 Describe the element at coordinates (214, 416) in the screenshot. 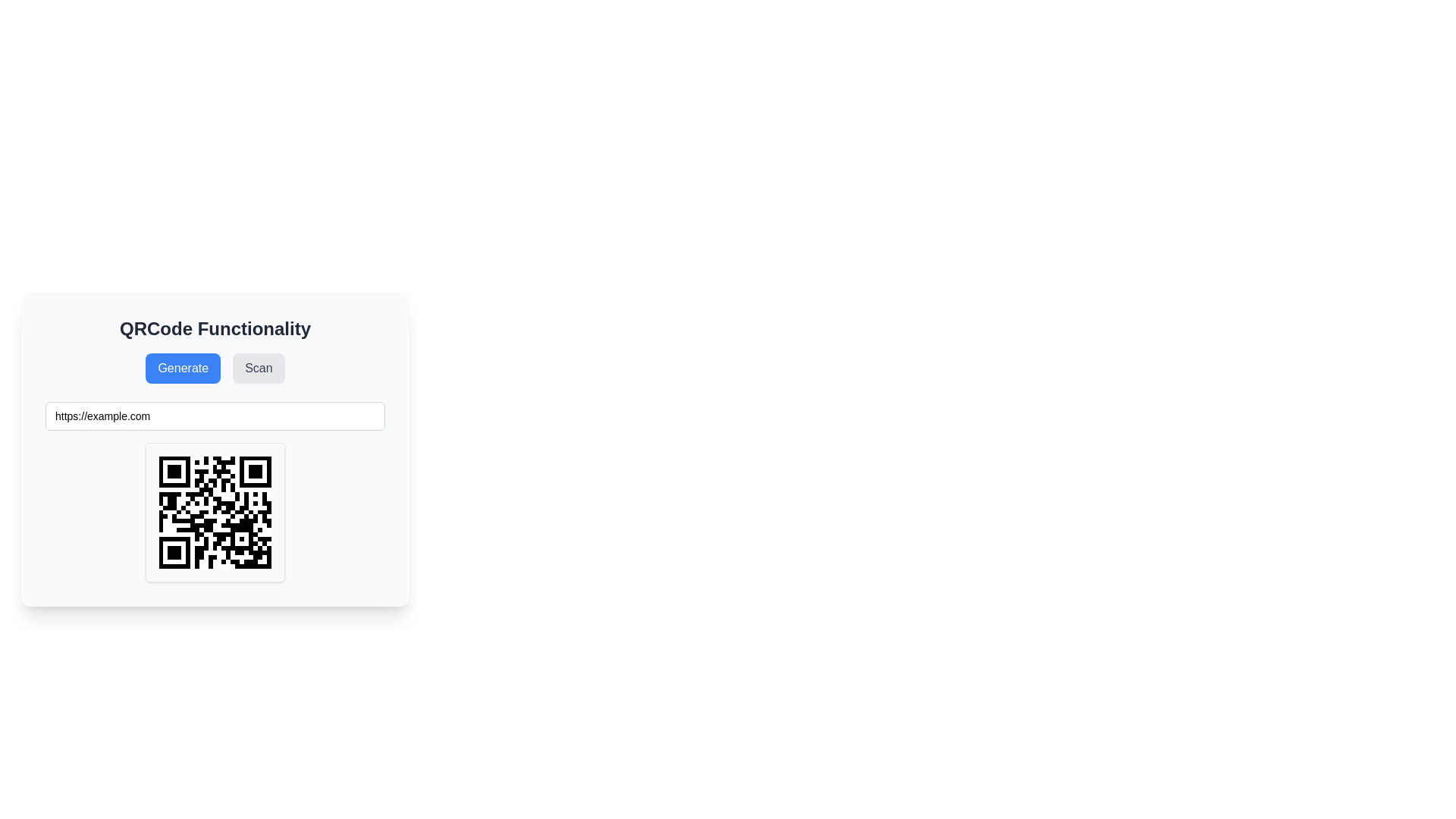

I see `the text input field located below the 'Generate' and 'Scan' buttons, and above the QR code display area, to copy or alter the text` at that location.